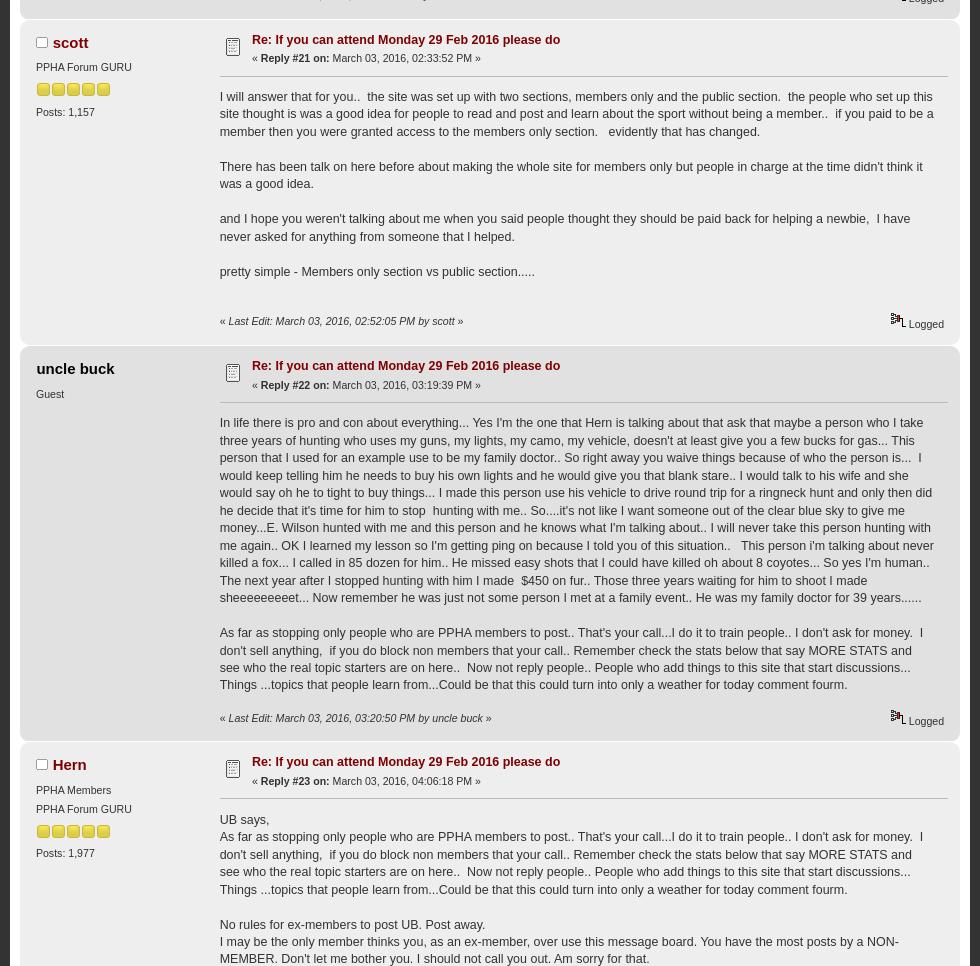 Image resolution: width=980 pixels, height=966 pixels. What do you see at coordinates (405, 780) in the screenshot?
I see `'March 03, 2016, 04:06:18 PM »'` at bounding box center [405, 780].